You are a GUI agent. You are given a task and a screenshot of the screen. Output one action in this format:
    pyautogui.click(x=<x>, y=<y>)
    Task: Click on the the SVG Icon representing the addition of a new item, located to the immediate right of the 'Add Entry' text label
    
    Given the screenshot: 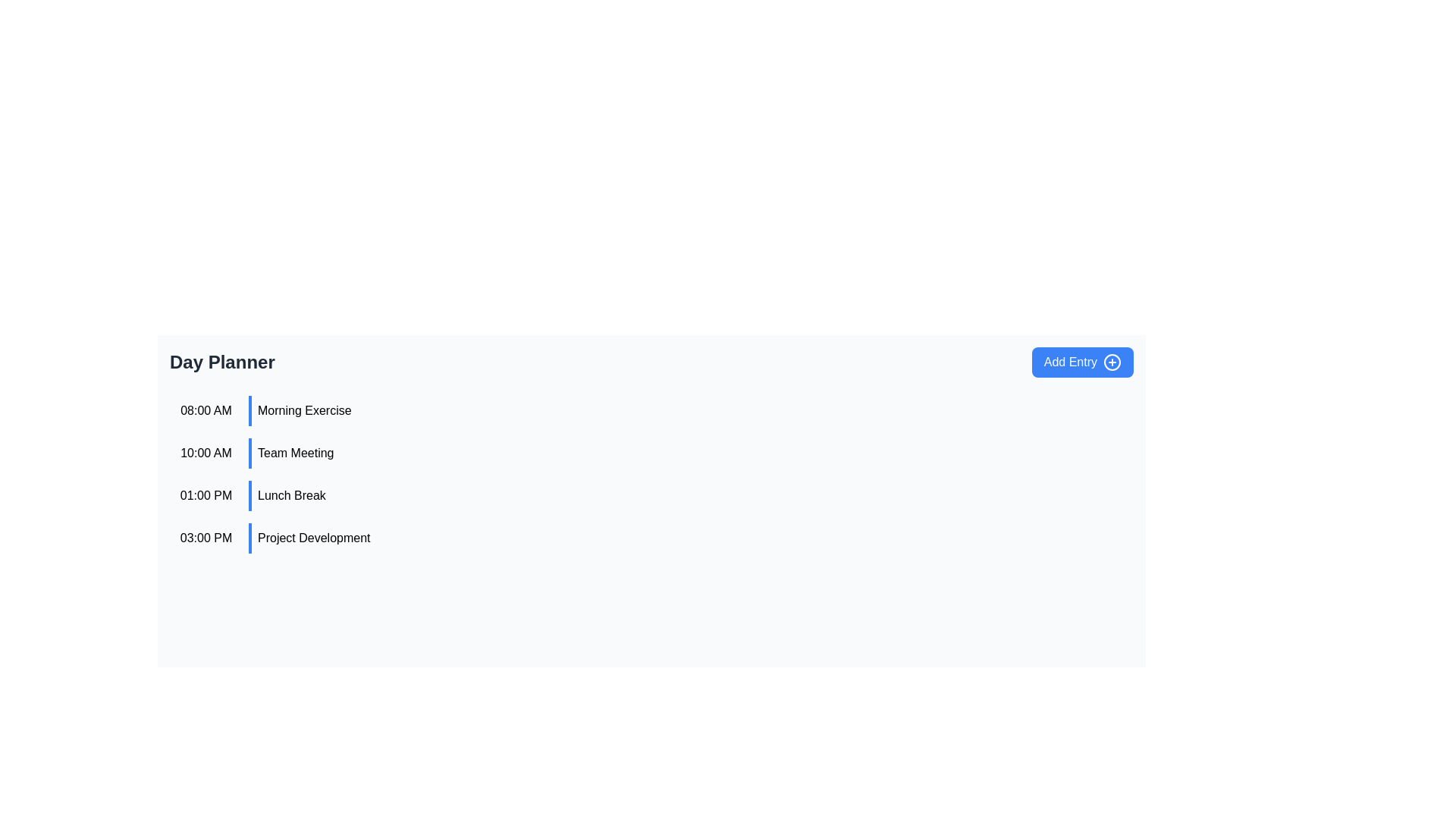 What is the action you would take?
    pyautogui.click(x=1112, y=362)
    